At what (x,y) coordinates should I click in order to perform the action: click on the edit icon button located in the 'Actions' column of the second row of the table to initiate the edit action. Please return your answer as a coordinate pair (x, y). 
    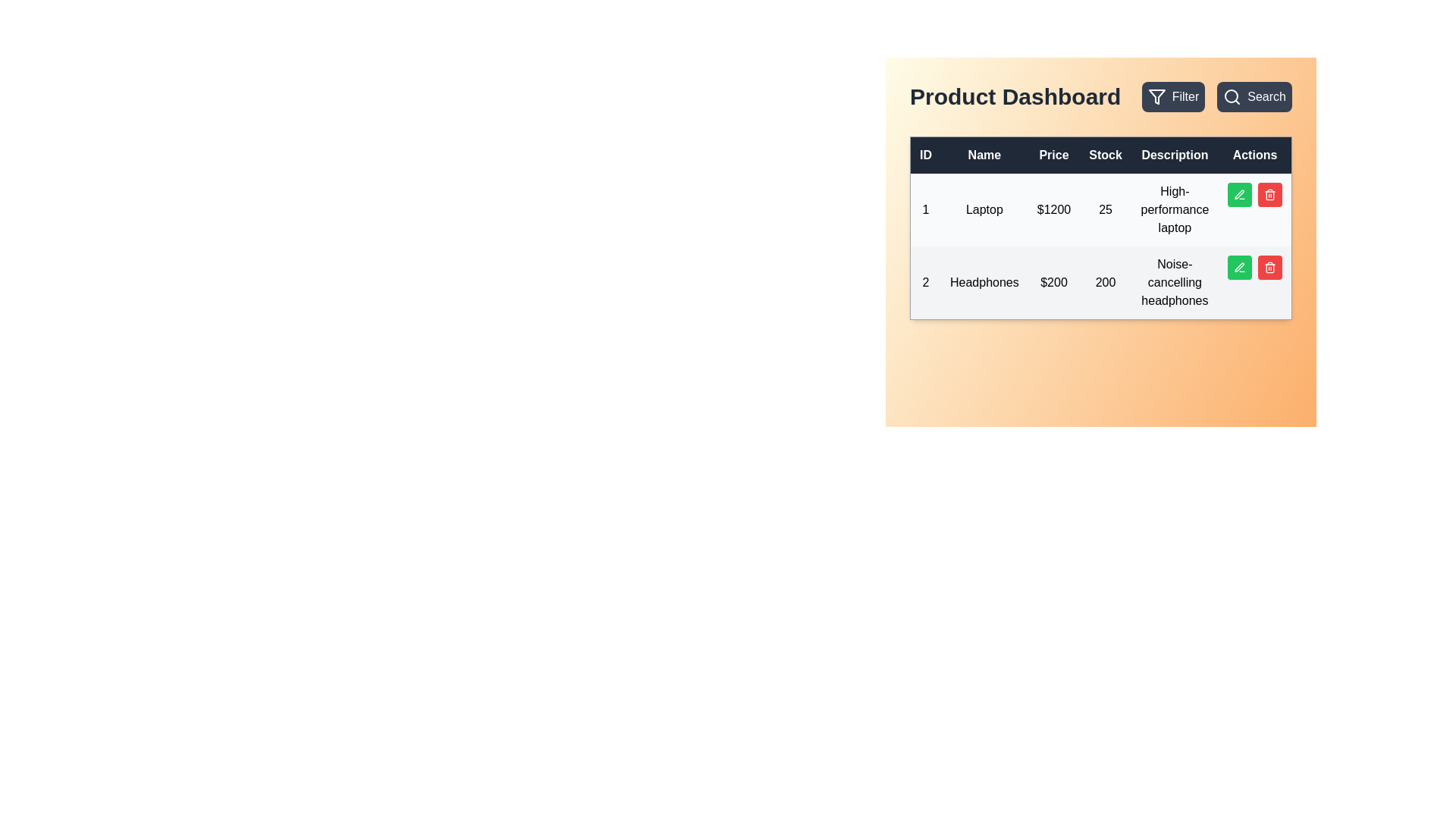
    Looking at the image, I should click on (1240, 267).